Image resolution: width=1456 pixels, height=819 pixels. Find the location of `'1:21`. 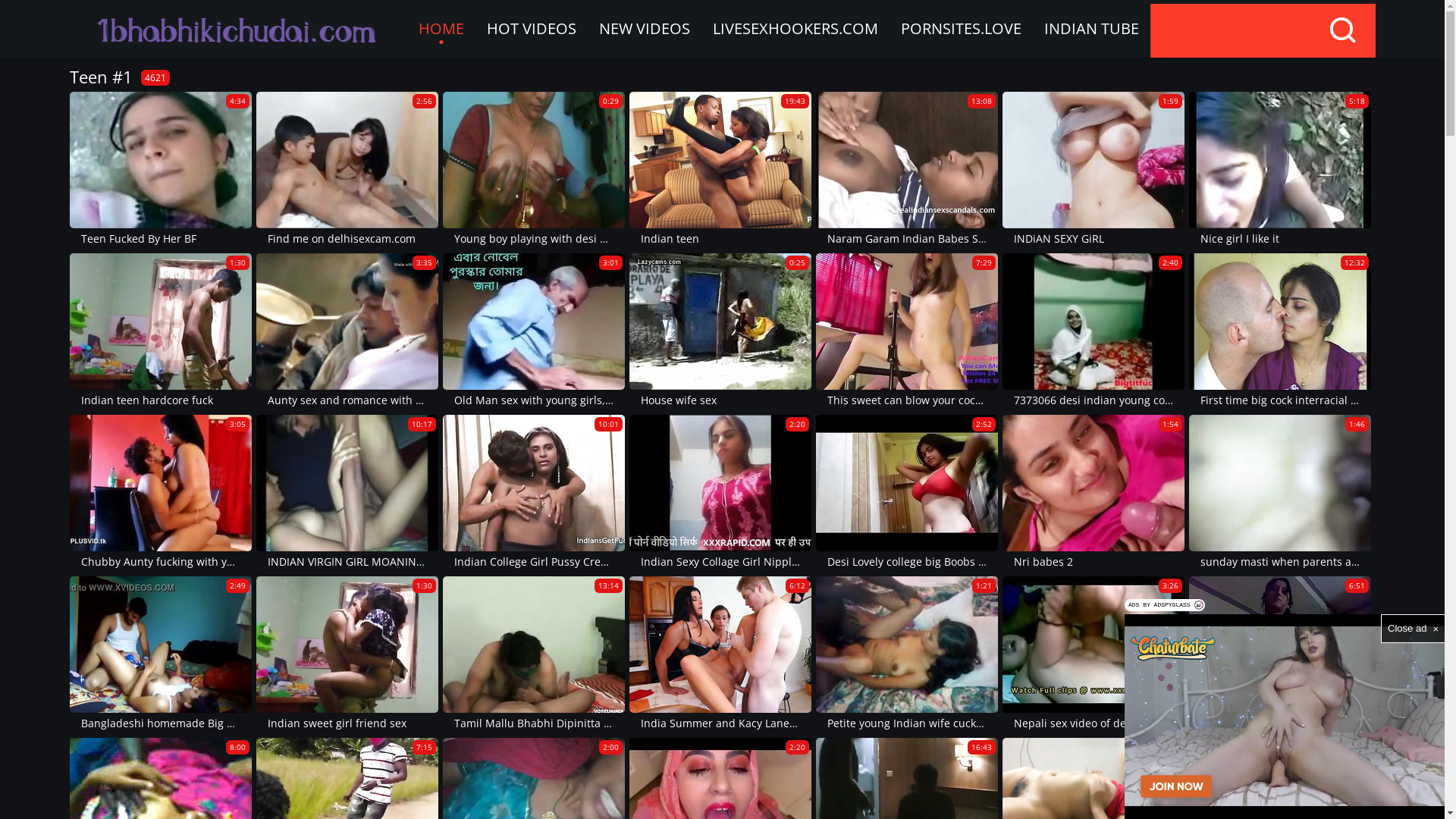

'1:21 is located at coordinates (814, 654).